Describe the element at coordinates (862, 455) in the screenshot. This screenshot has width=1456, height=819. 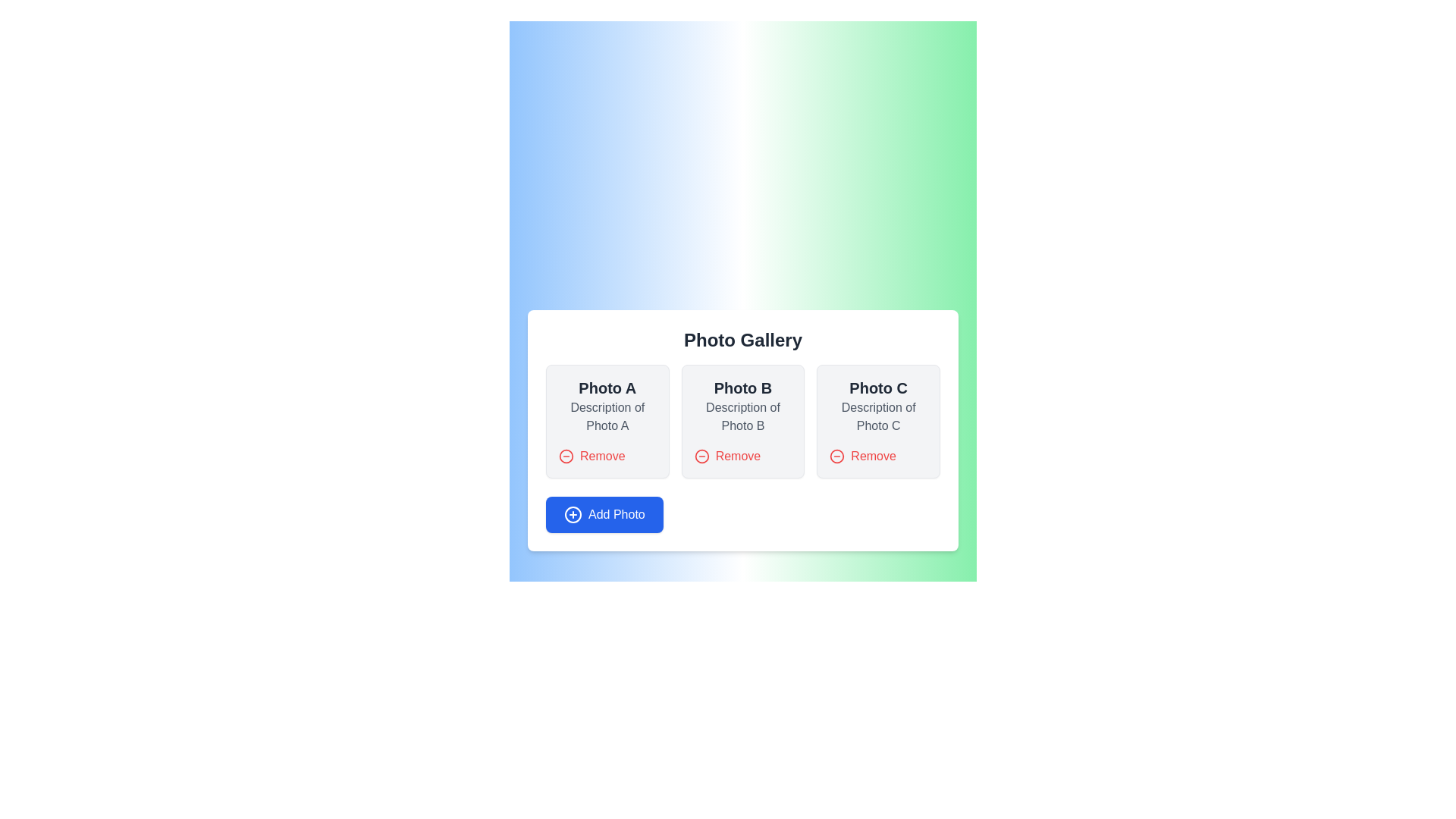
I see `the removal button located at the bottom-right corner of the card titled 'Photo C'` at that location.